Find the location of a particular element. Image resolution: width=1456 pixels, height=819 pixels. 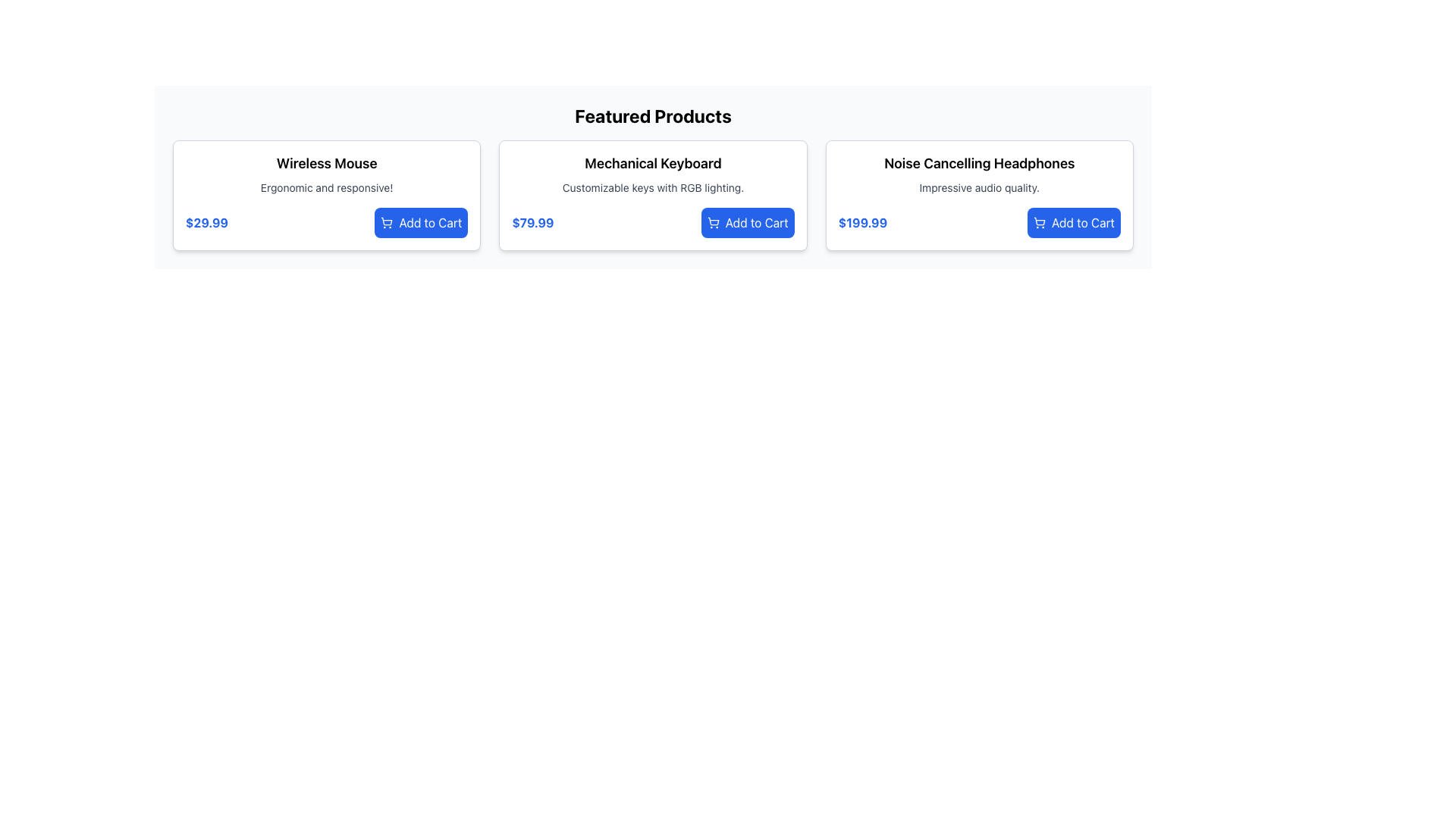

the blue rectangular 'Add to Cart' button with rounded corners located at the bottom-right corner of the first product card in the 'Featured Products' section is located at coordinates (421, 222).